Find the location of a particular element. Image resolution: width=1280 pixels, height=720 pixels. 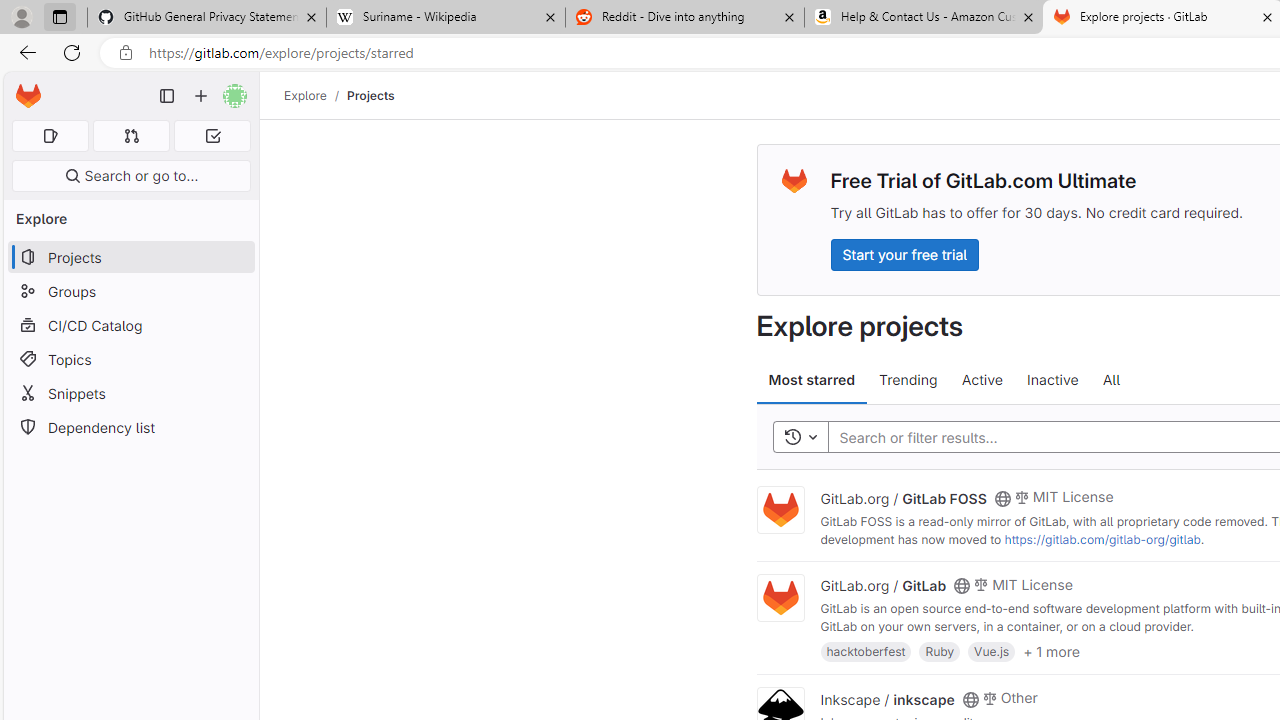

'Inactive' is located at coordinates (1051, 380).